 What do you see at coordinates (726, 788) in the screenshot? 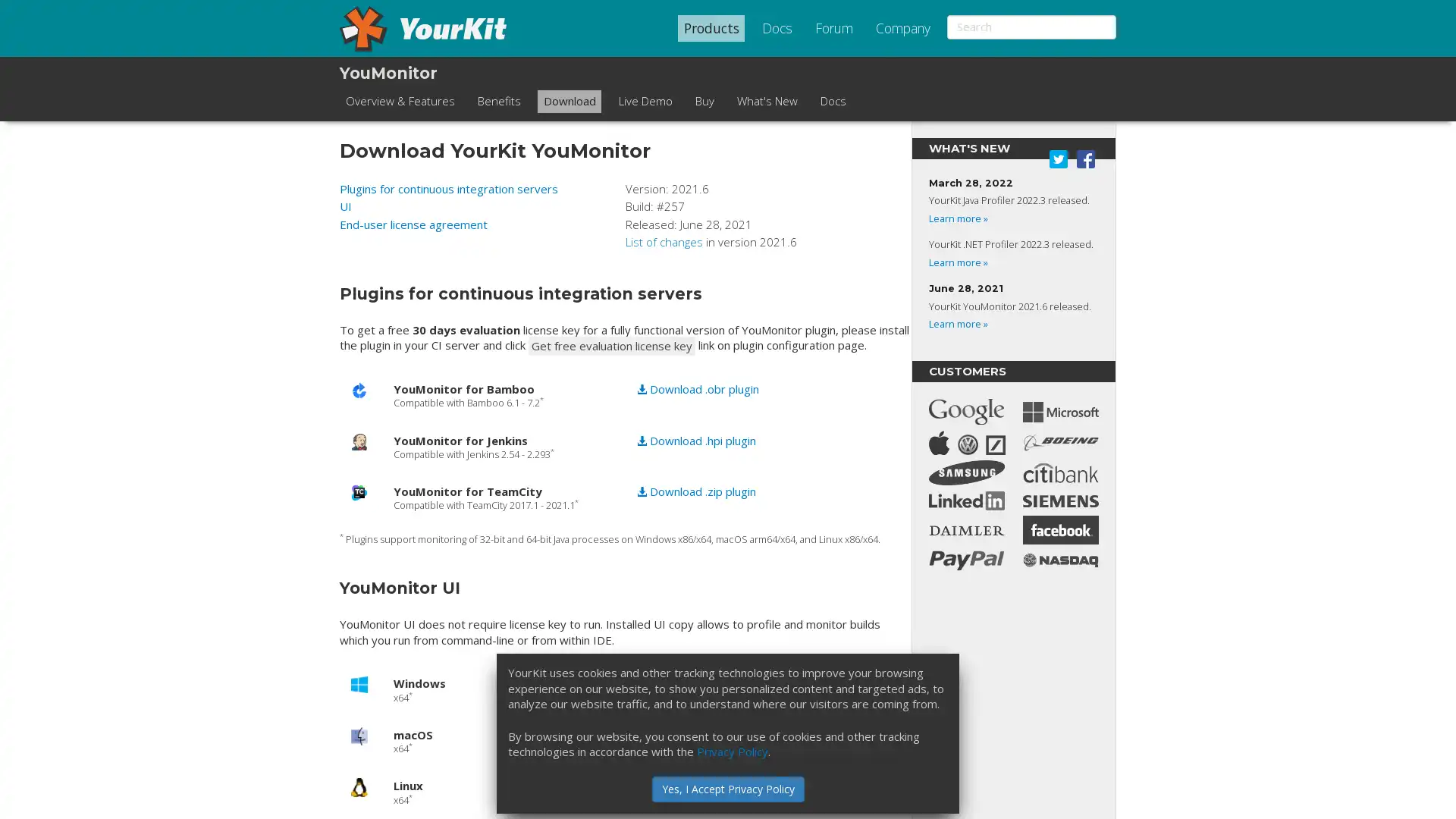
I see `Yes, I Accept Privacy Policy` at bounding box center [726, 788].